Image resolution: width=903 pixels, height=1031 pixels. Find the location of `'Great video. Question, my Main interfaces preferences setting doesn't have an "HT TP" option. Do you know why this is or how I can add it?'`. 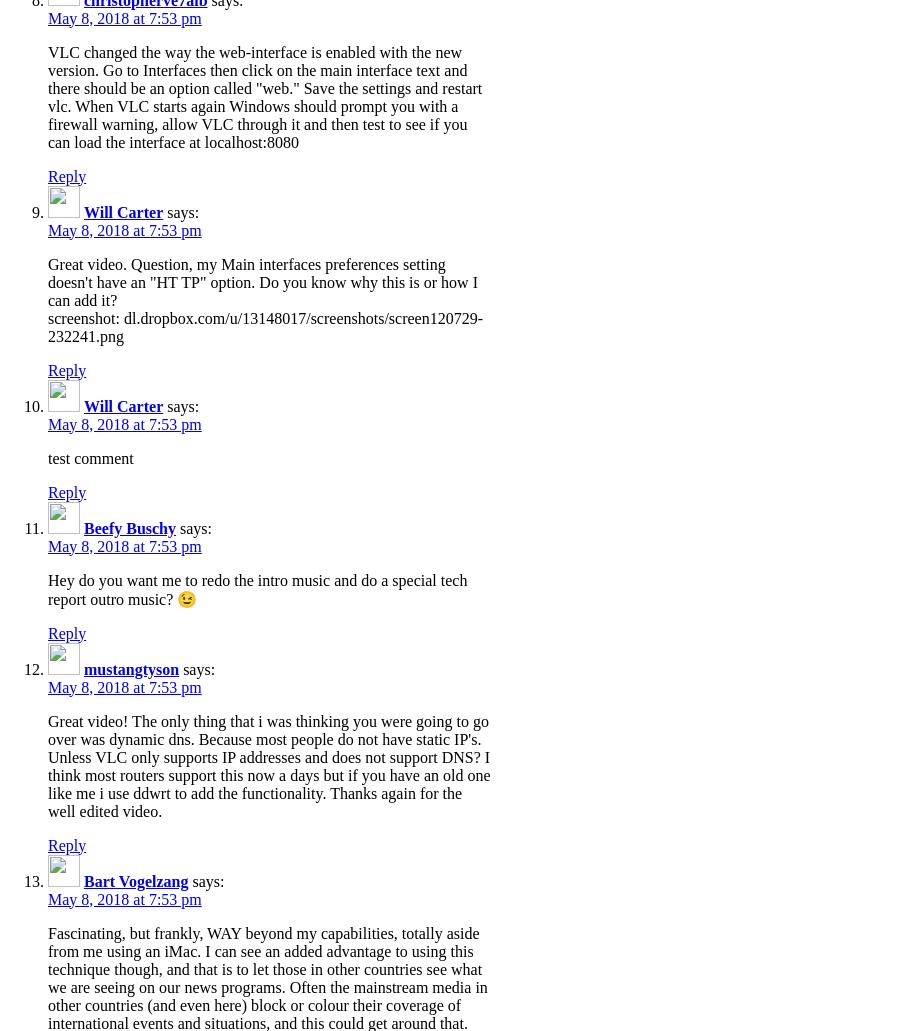

'Great video. Question, my Main interfaces preferences setting doesn't have an "HT TP" option. Do you know why this is or how I can add it?' is located at coordinates (262, 281).